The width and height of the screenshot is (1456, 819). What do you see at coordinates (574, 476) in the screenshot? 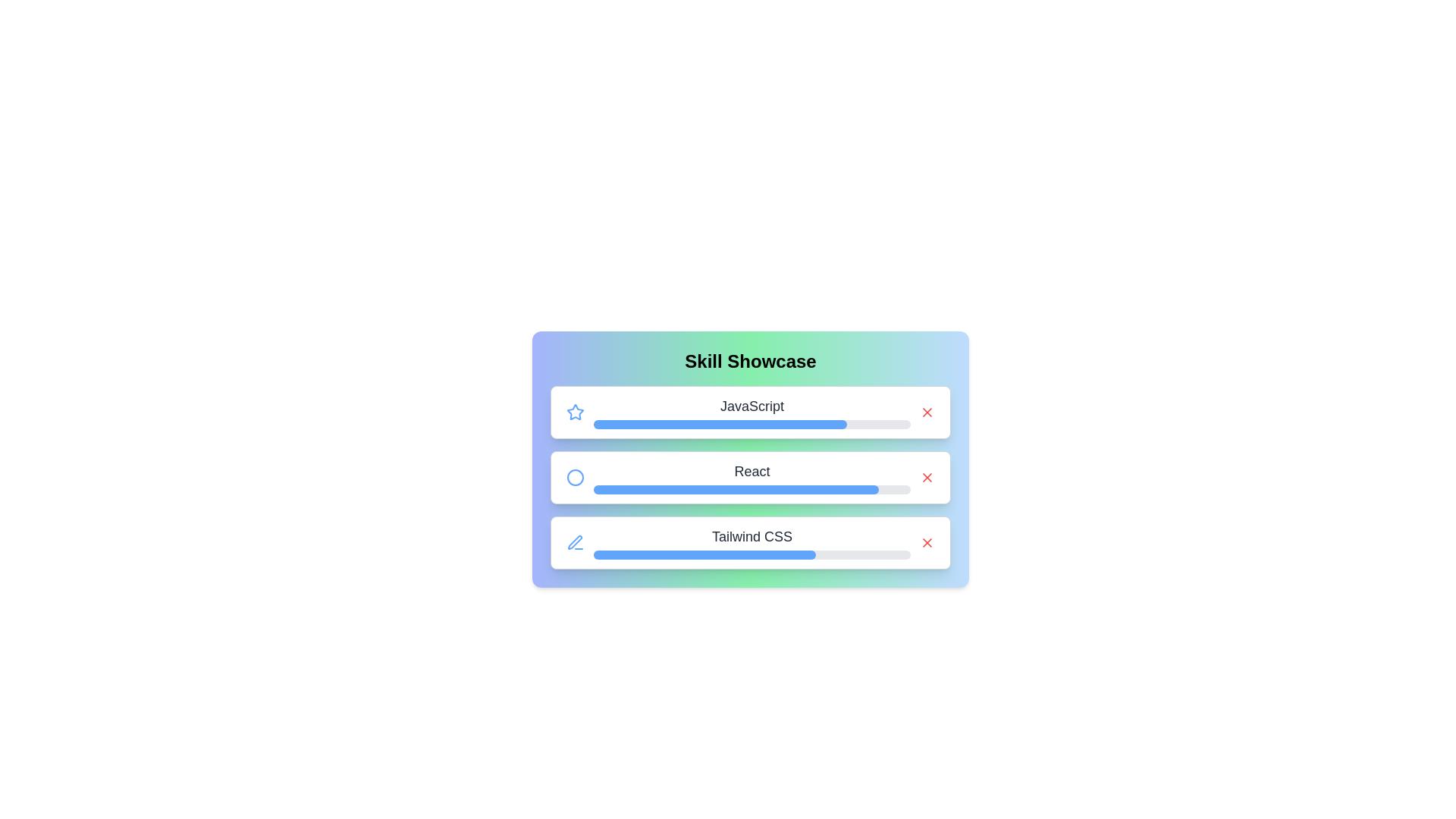
I see `the icon next to the skill name React` at bounding box center [574, 476].